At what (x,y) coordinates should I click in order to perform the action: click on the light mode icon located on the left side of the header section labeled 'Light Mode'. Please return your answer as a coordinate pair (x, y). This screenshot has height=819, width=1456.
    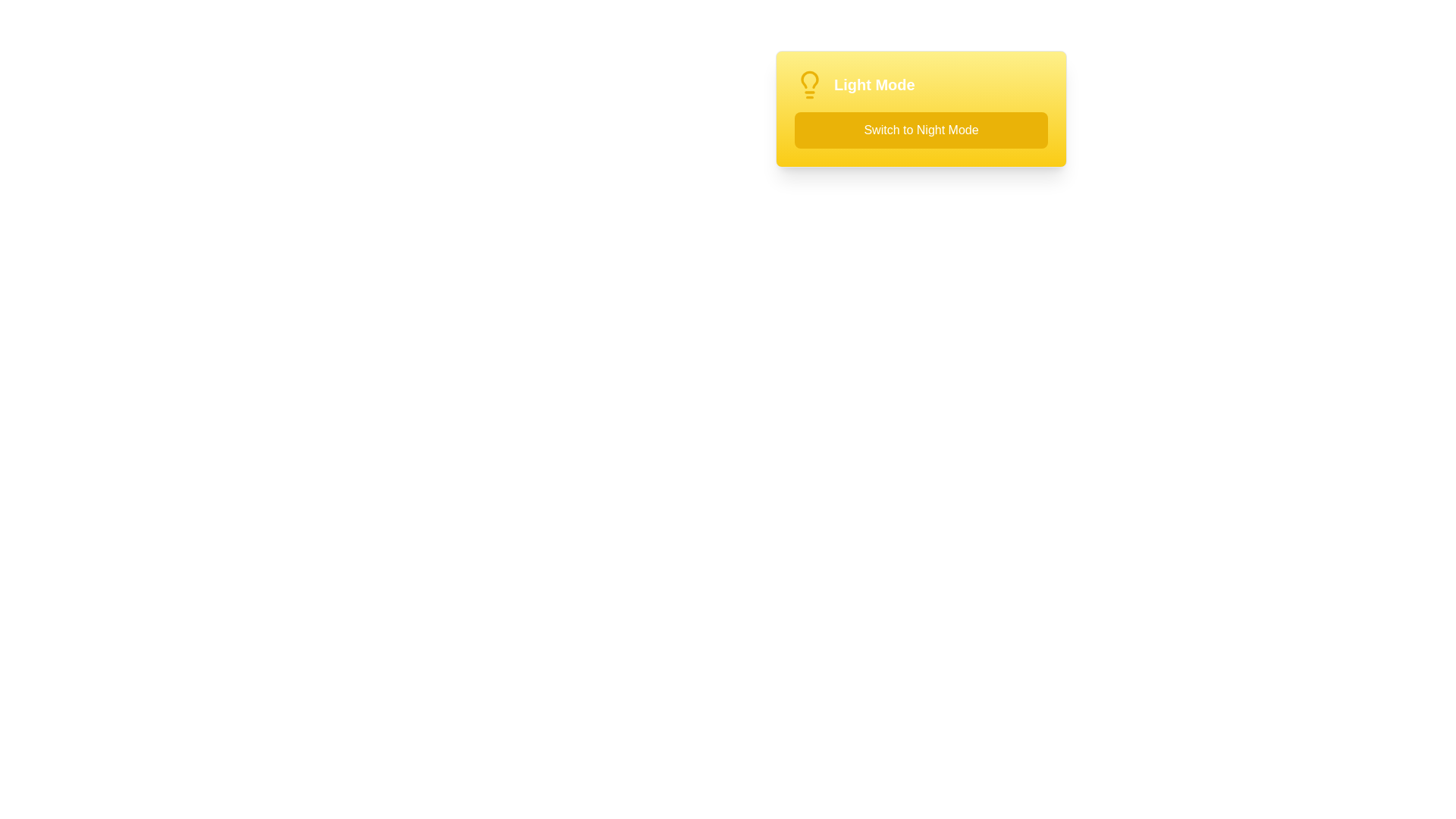
    Looking at the image, I should click on (809, 84).